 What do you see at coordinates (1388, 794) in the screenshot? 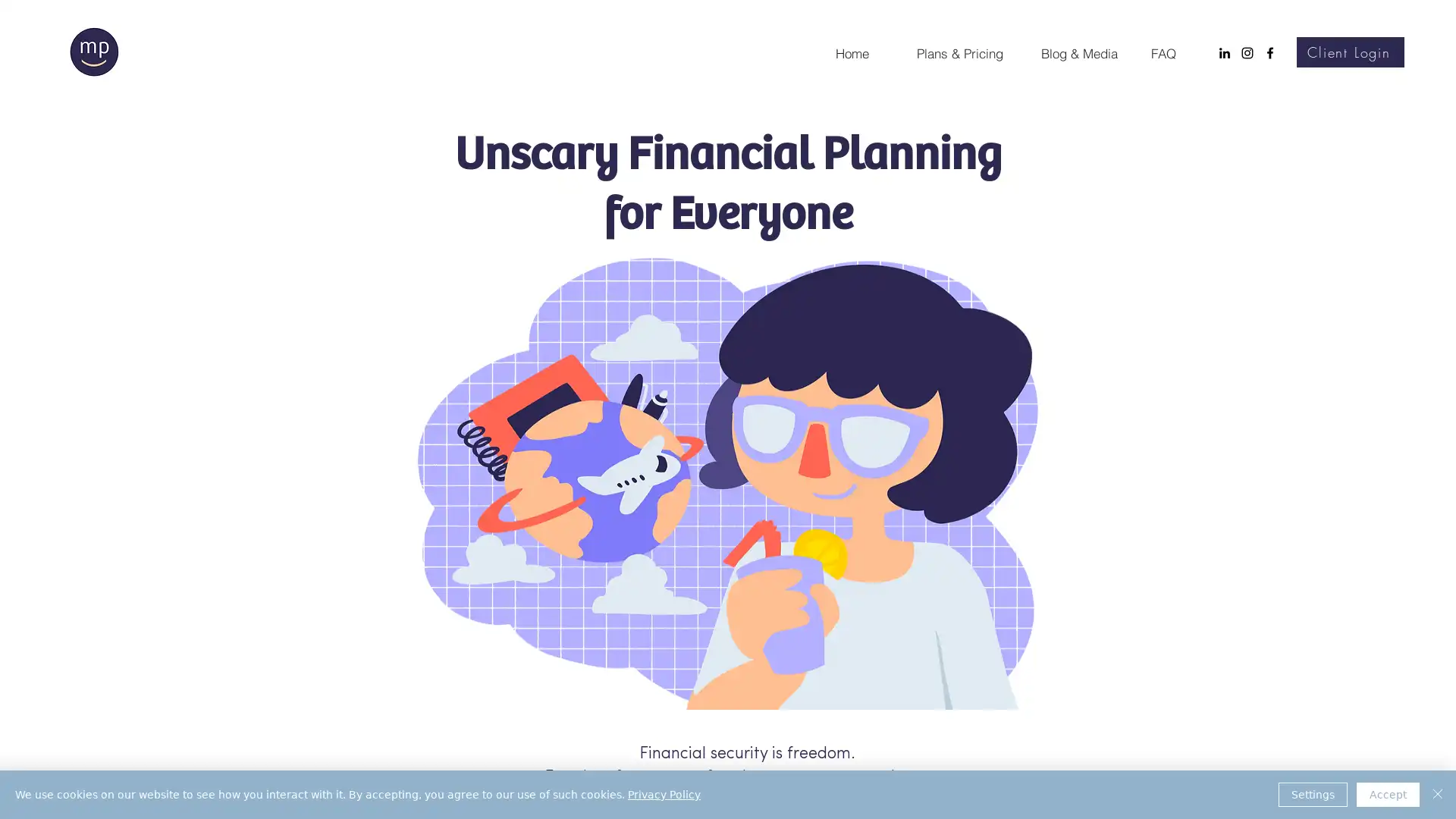
I see `Accept` at bounding box center [1388, 794].